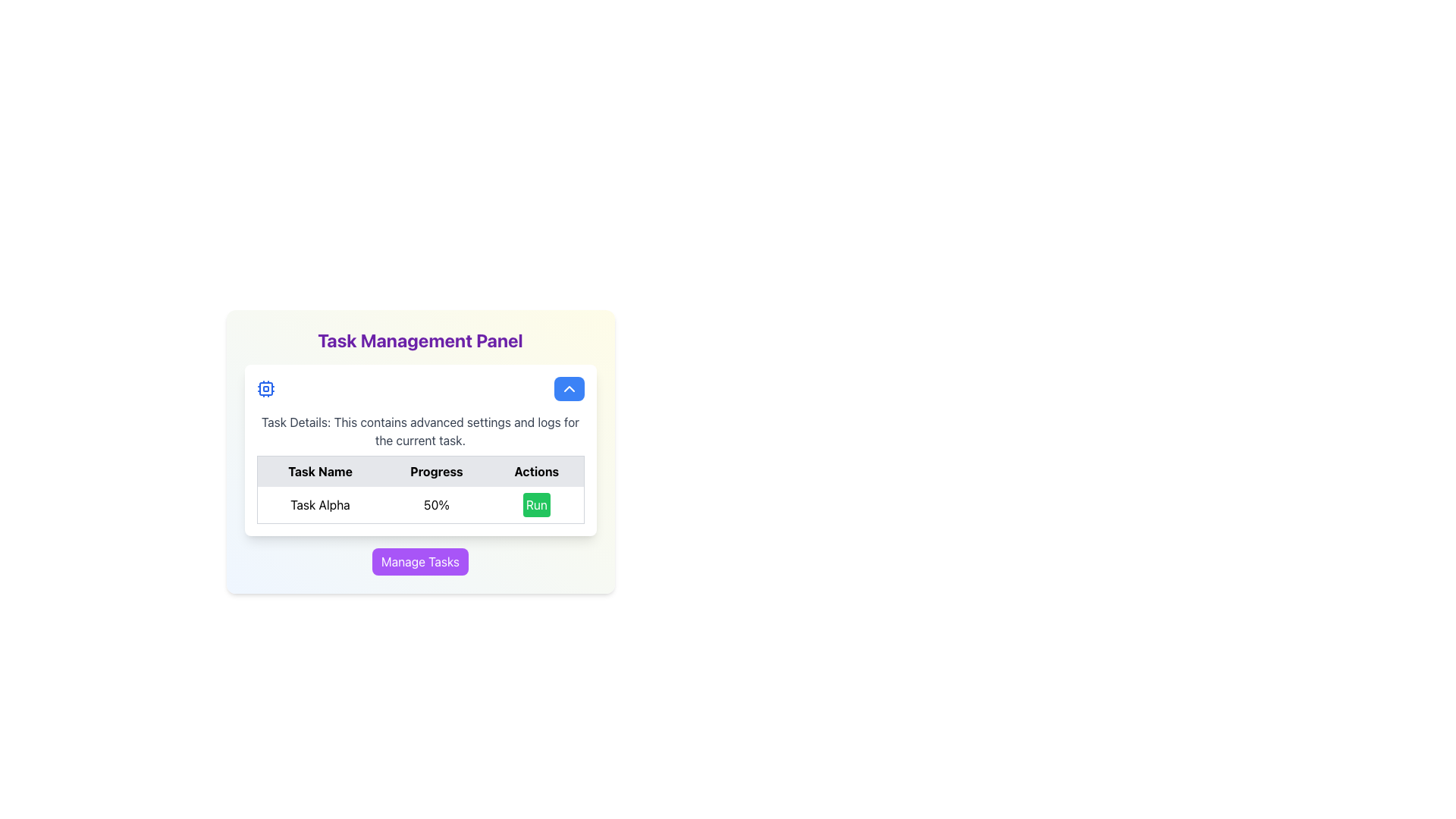 The height and width of the screenshot is (819, 1456). I want to click on the purple button with rounded corners labeled 'Manage Tasks' located in the bottom-center of the 'Task Management Panel', so click(420, 561).